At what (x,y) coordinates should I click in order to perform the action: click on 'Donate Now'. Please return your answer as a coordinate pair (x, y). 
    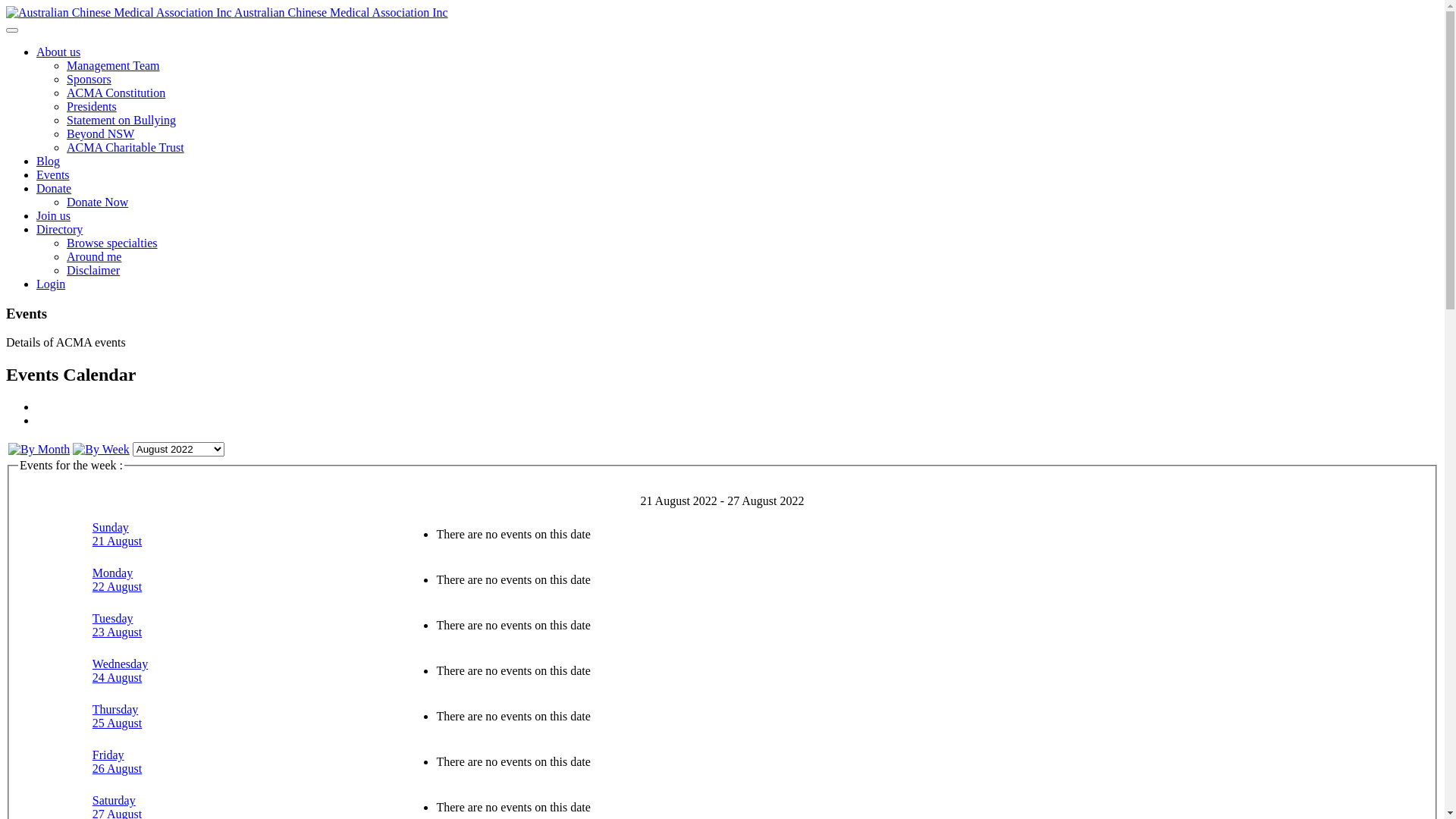
    Looking at the image, I should click on (96, 201).